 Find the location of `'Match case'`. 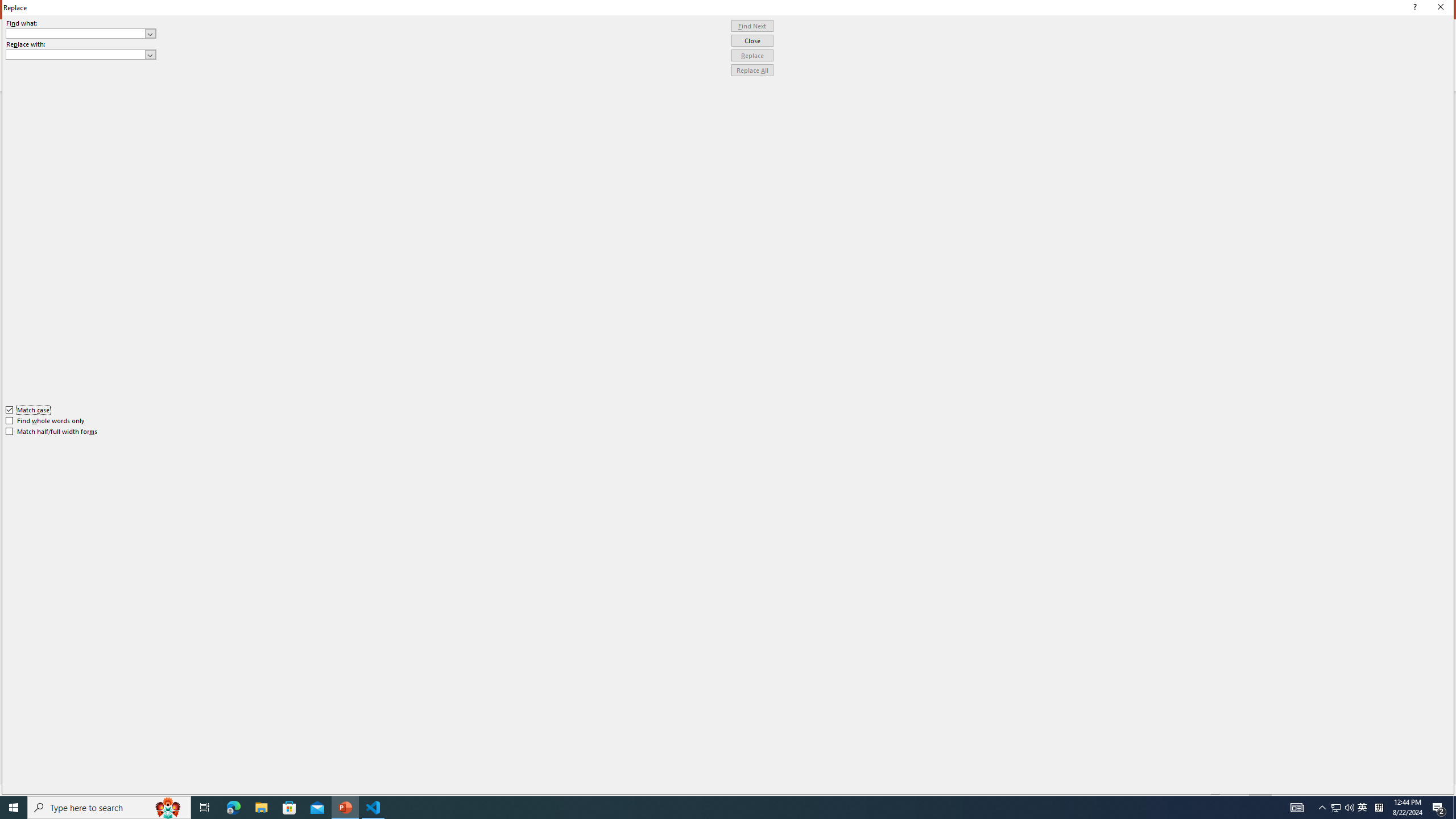

'Match case' is located at coordinates (27, 409).